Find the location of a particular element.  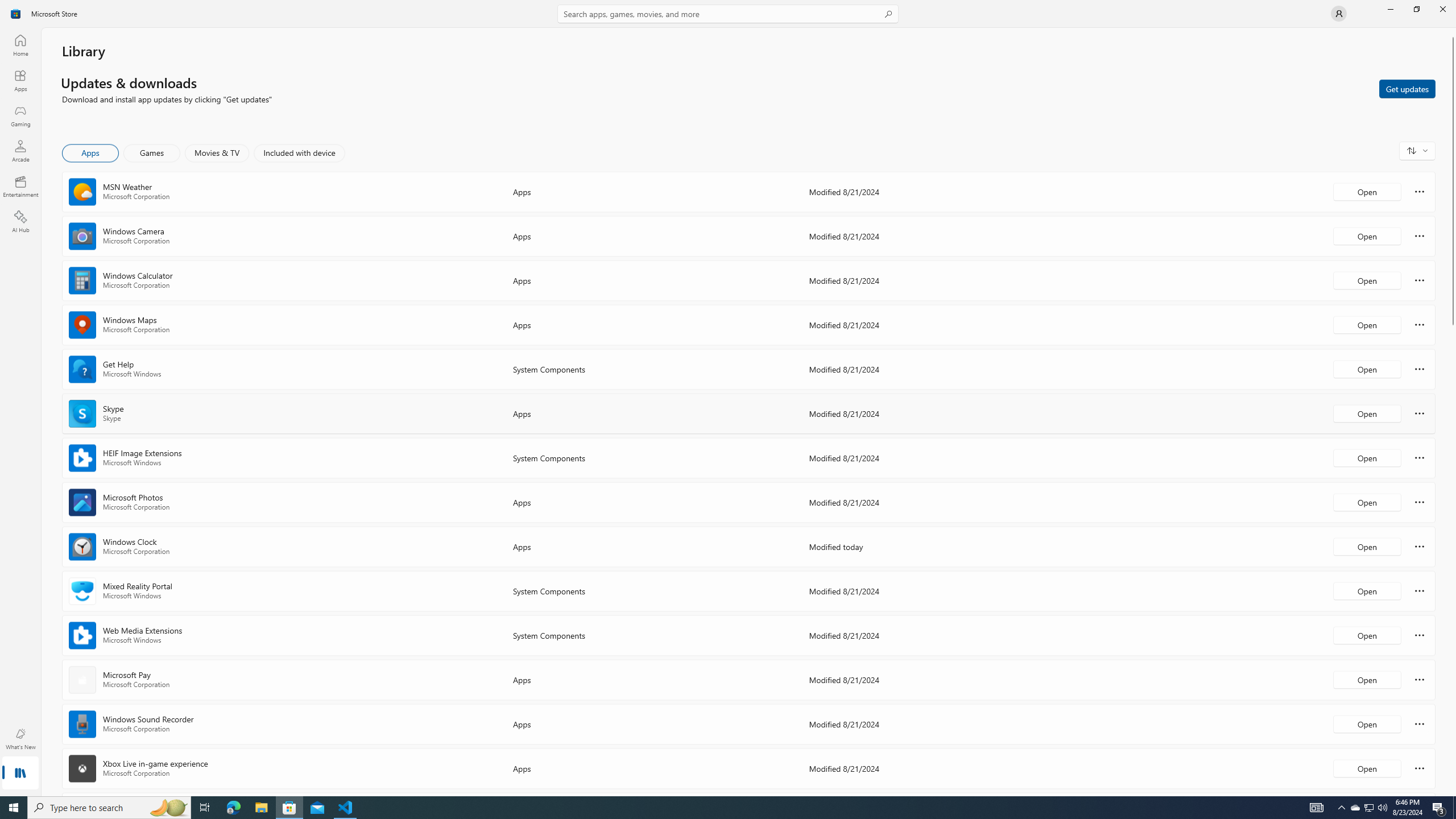

'What' is located at coordinates (19, 738).